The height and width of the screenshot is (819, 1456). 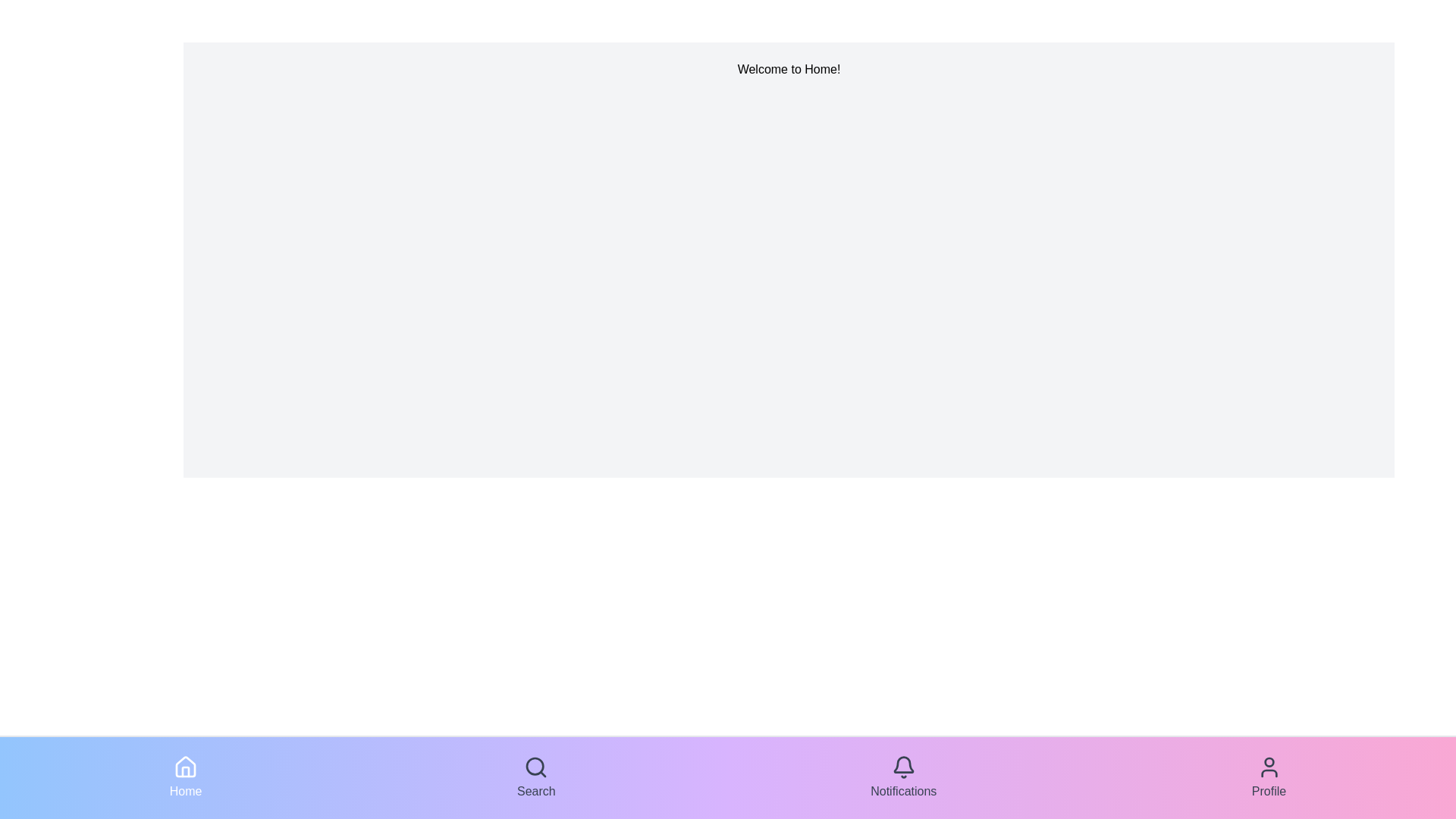 I want to click on the home button text label located in the bottom navigation bar, which provides a textual representation of the home icon's function, so click(x=185, y=791).